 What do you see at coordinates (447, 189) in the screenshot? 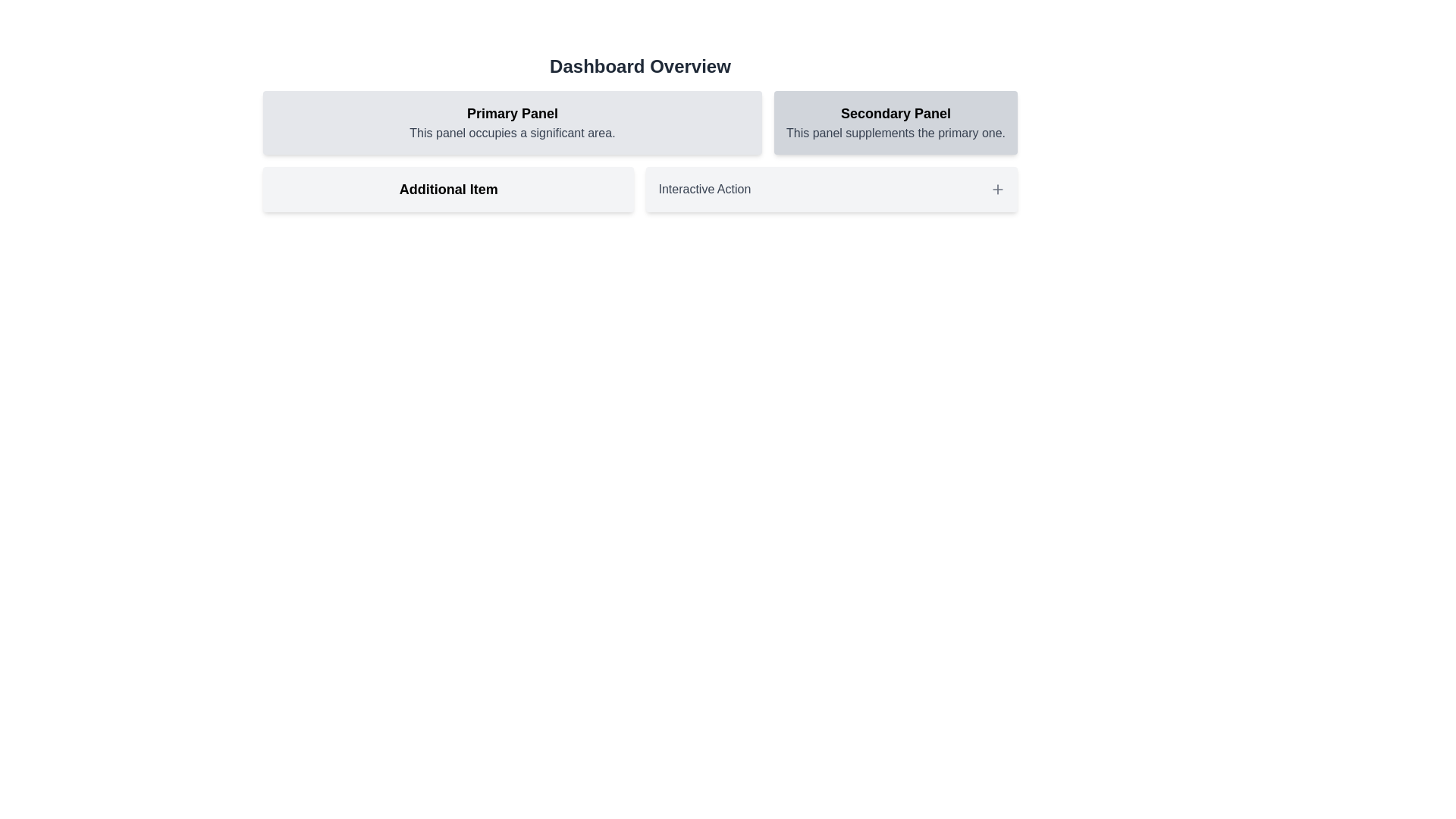
I see `the informational card labeled 'Additional Item' with a light gray background and bold black text, which is located in the lower-left section of the grid layout under 'Dashboard Overview'` at bounding box center [447, 189].